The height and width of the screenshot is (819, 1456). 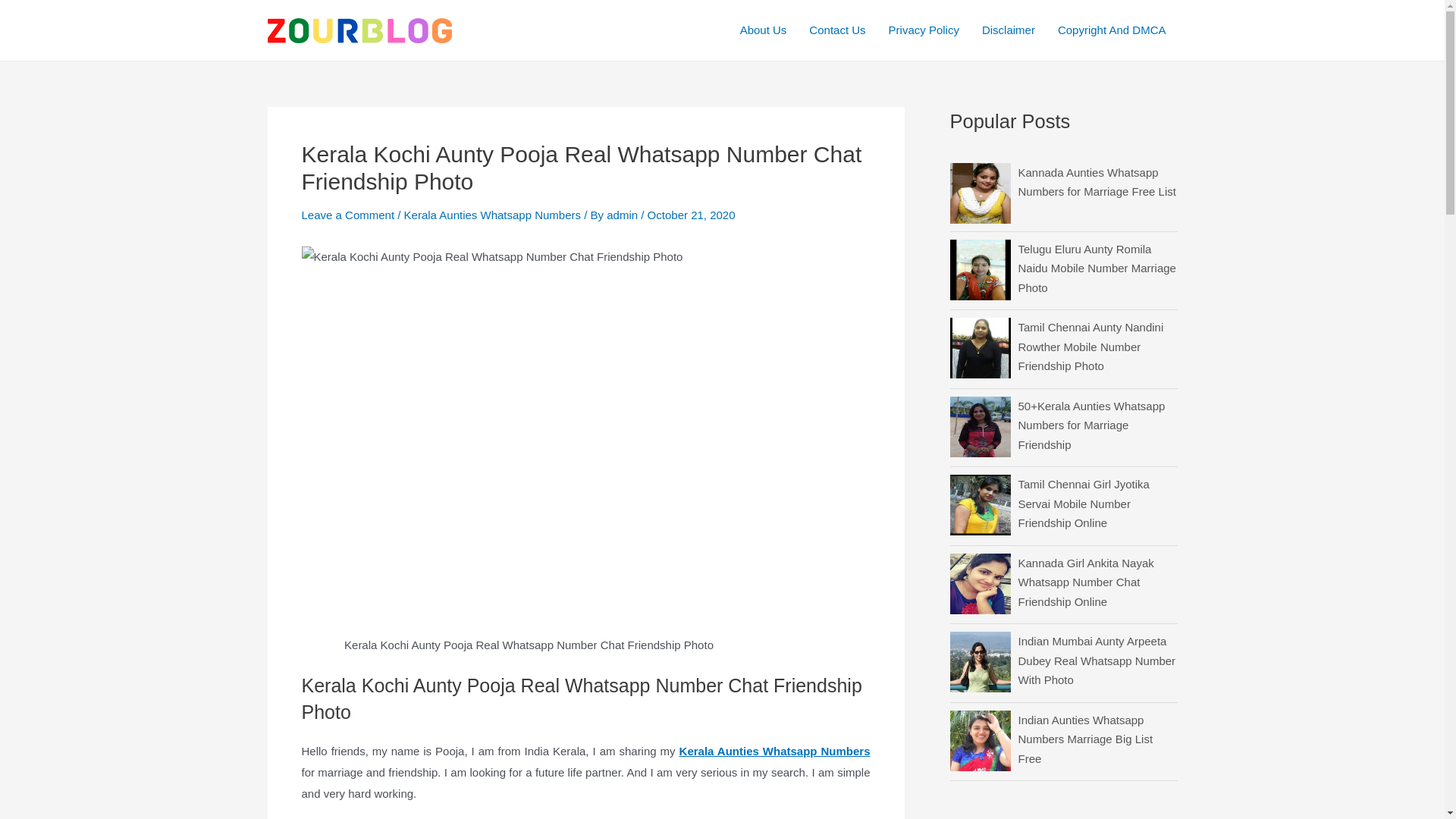 What do you see at coordinates (836, 30) in the screenshot?
I see `'Contact Us'` at bounding box center [836, 30].